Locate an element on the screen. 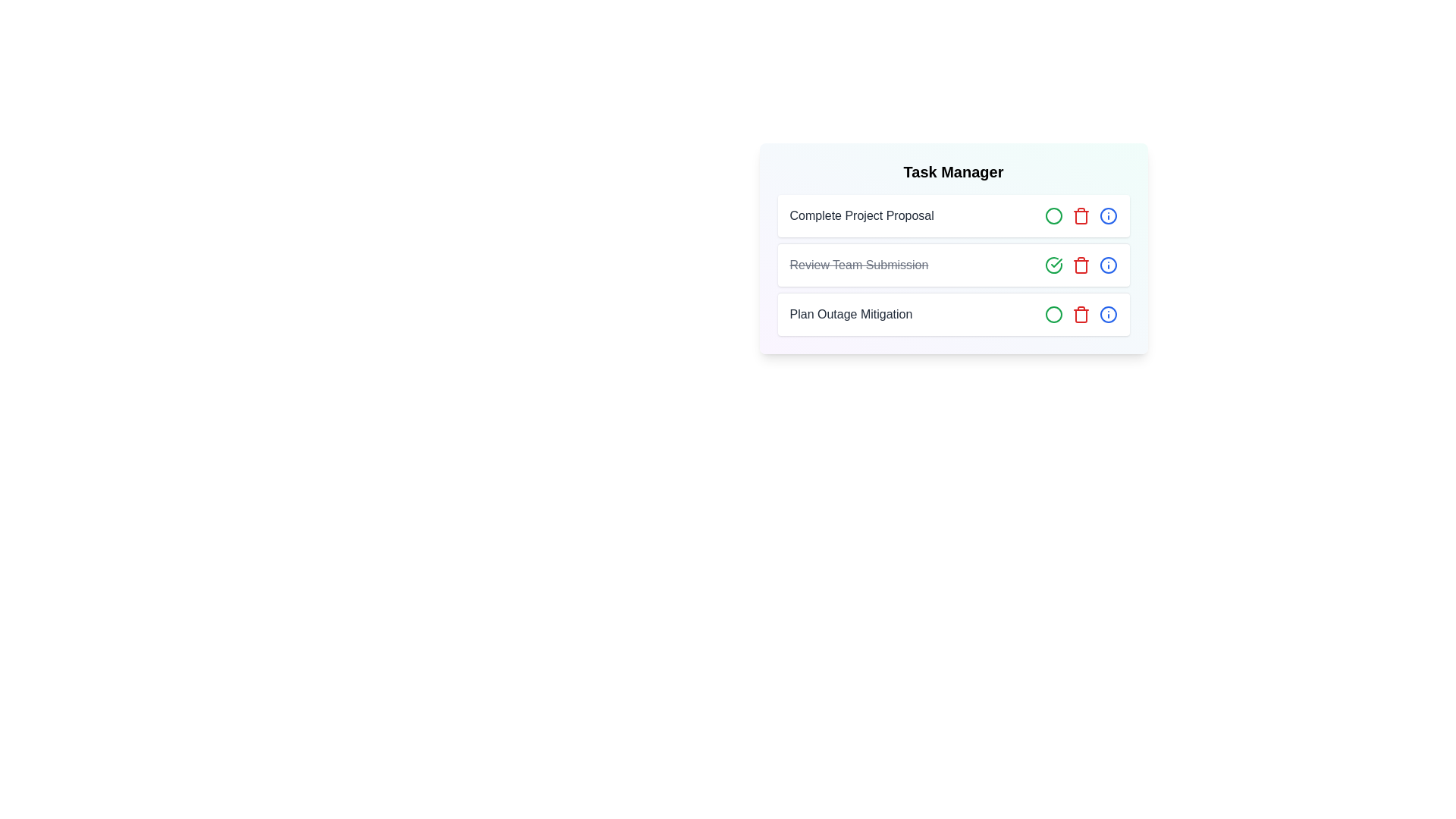 This screenshot has width=1456, height=819. delete button for the task titled Plan Outage Mitigation is located at coordinates (1080, 314).